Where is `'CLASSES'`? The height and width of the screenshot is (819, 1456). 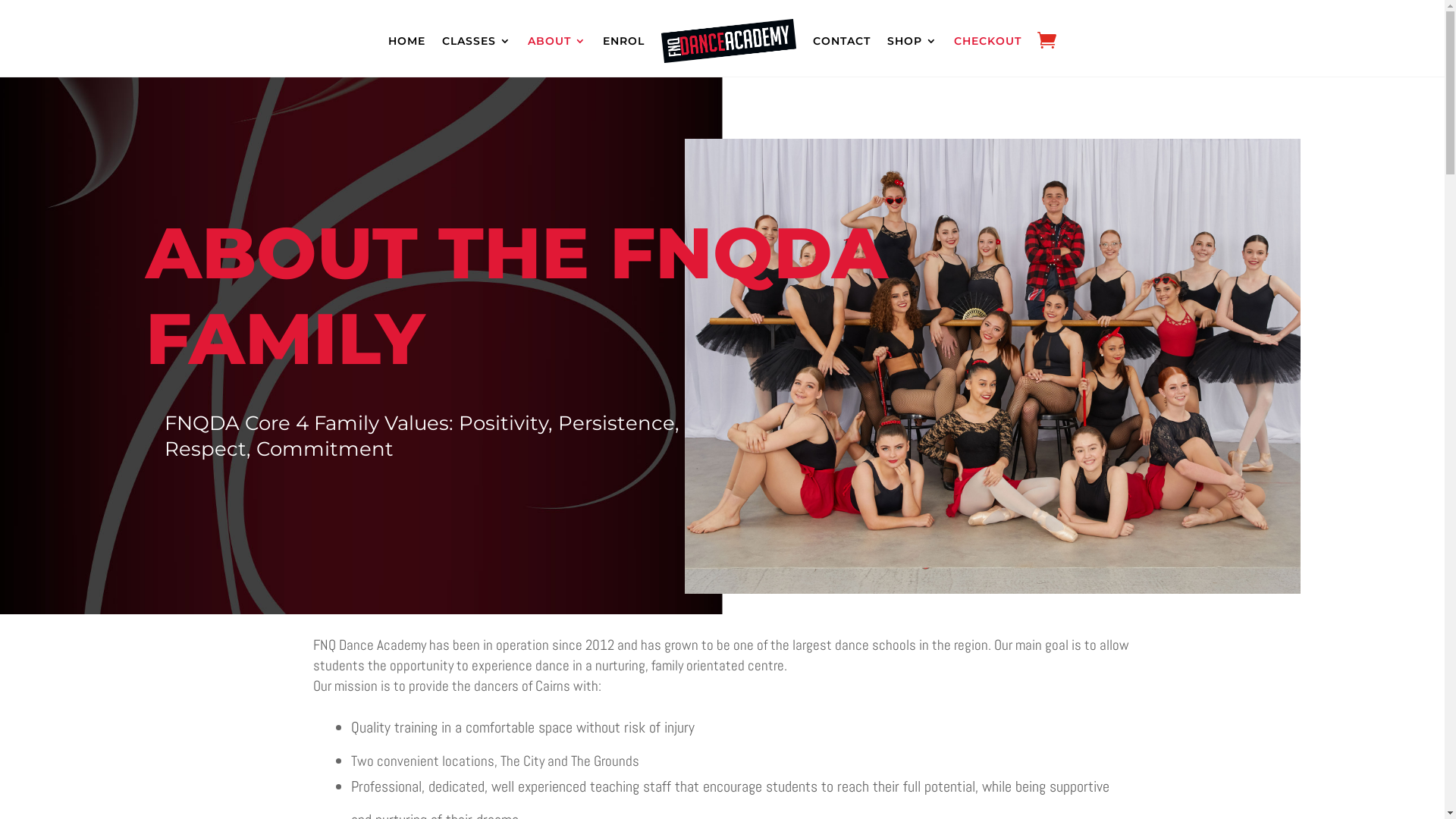 'CLASSES' is located at coordinates (440, 40).